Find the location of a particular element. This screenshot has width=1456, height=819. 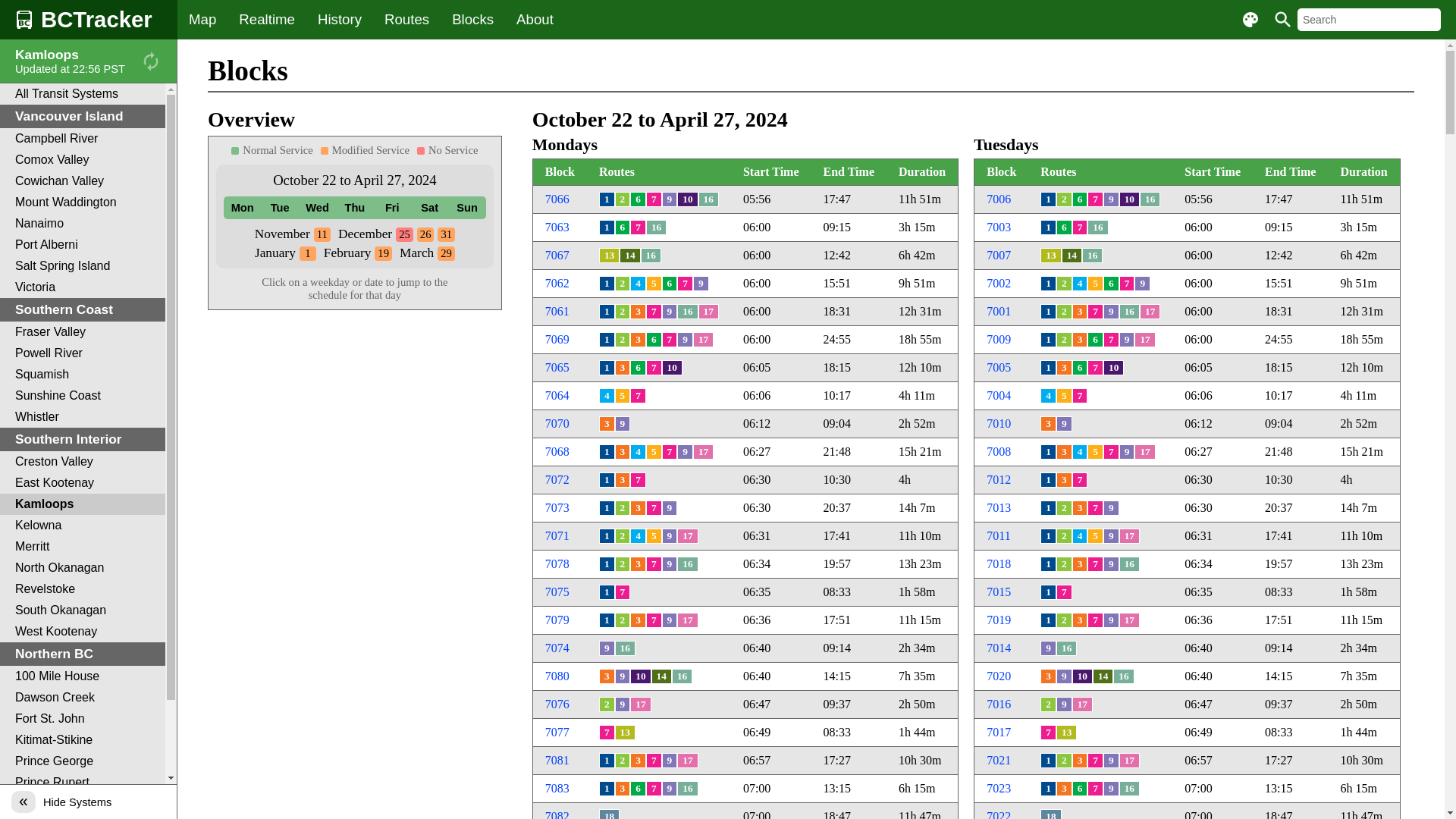

'9' is located at coordinates (1103, 564).